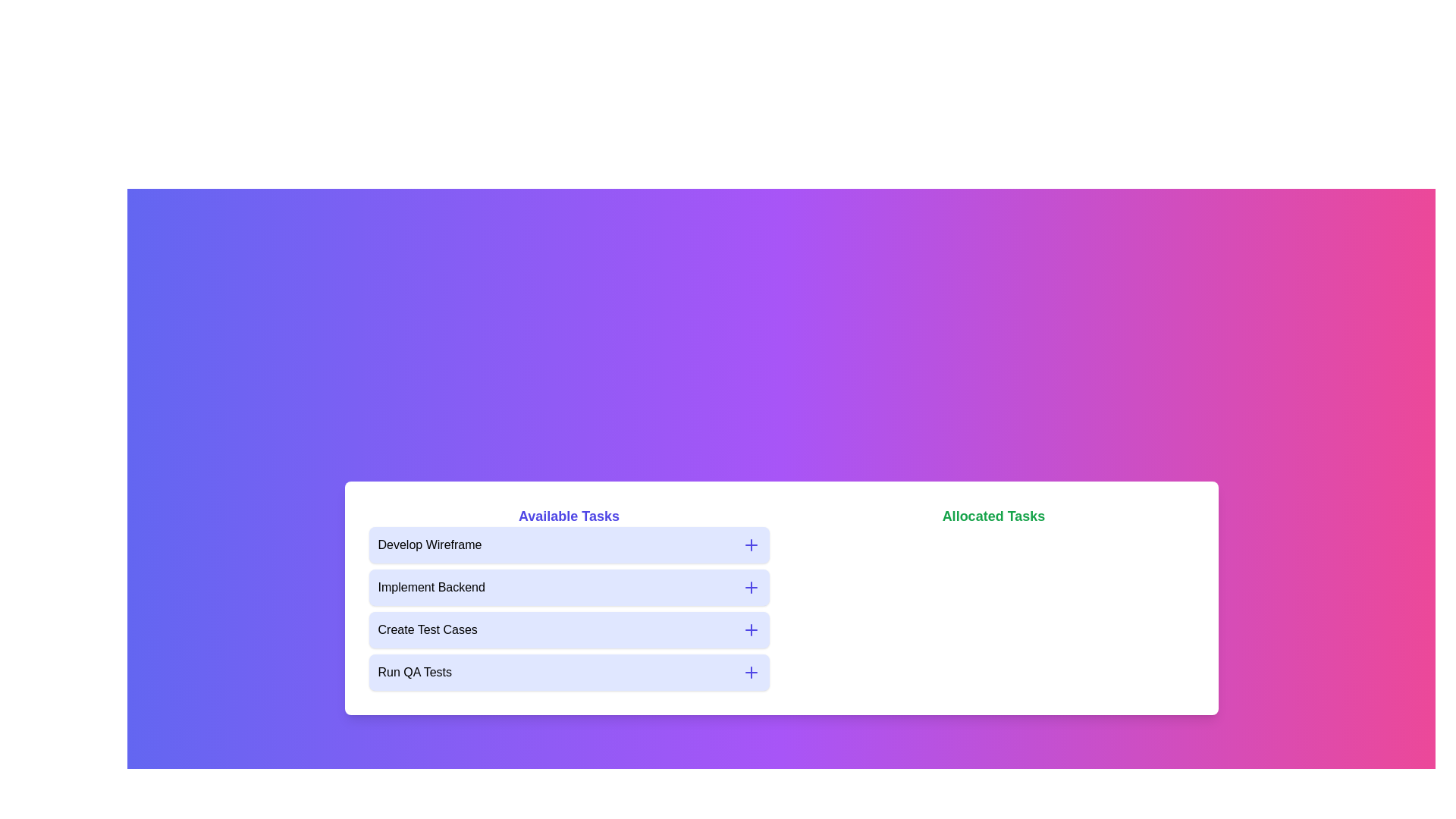 This screenshot has height=819, width=1456. Describe the element at coordinates (751, 587) in the screenshot. I see `'+' icon next to the task 'Implement Backend' in the 'Available Tasks' list to allocate it` at that location.